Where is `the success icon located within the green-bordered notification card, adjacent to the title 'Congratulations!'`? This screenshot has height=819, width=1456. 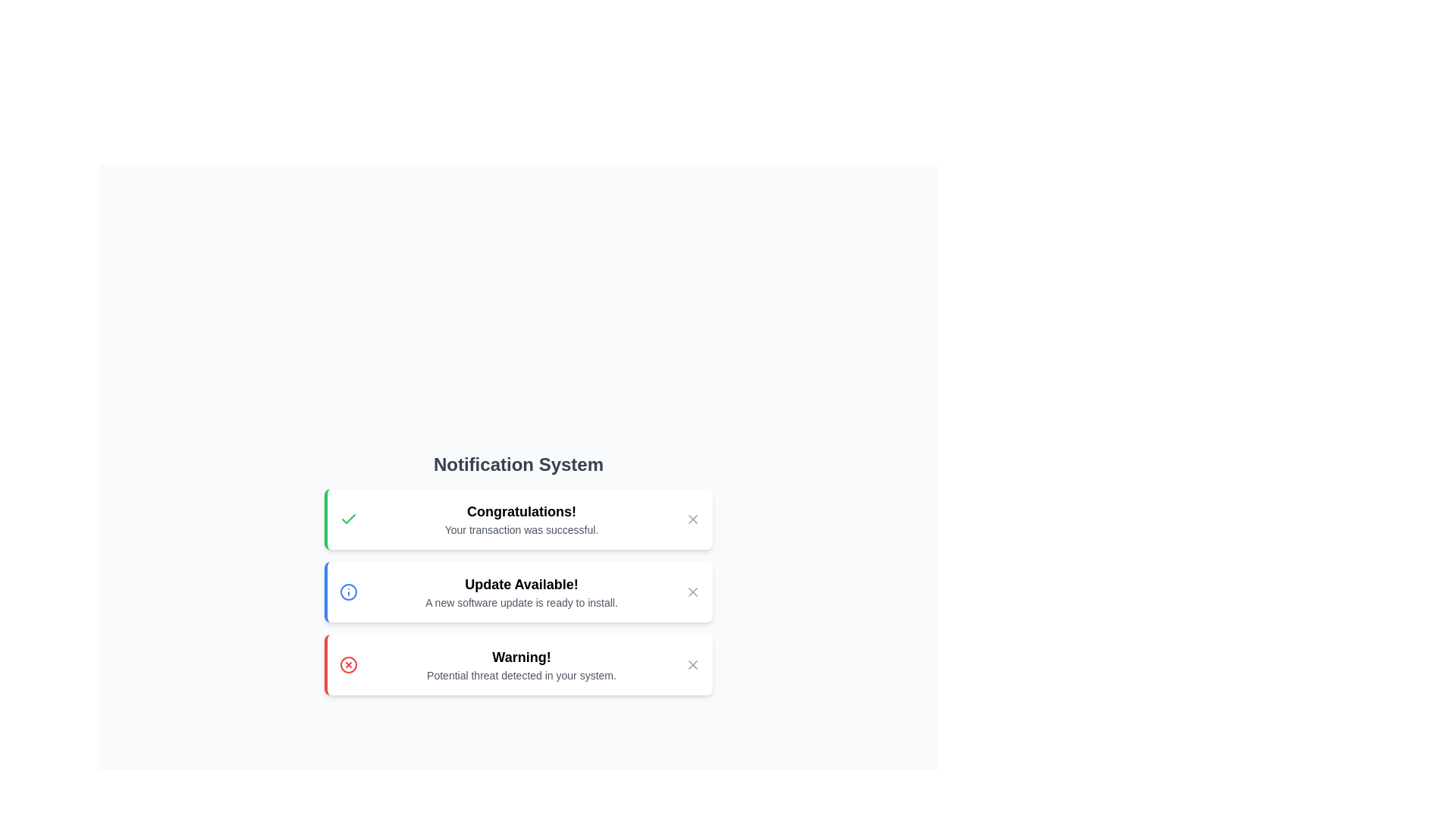 the success icon located within the green-bordered notification card, adjacent to the title 'Congratulations!' is located at coordinates (348, 517).